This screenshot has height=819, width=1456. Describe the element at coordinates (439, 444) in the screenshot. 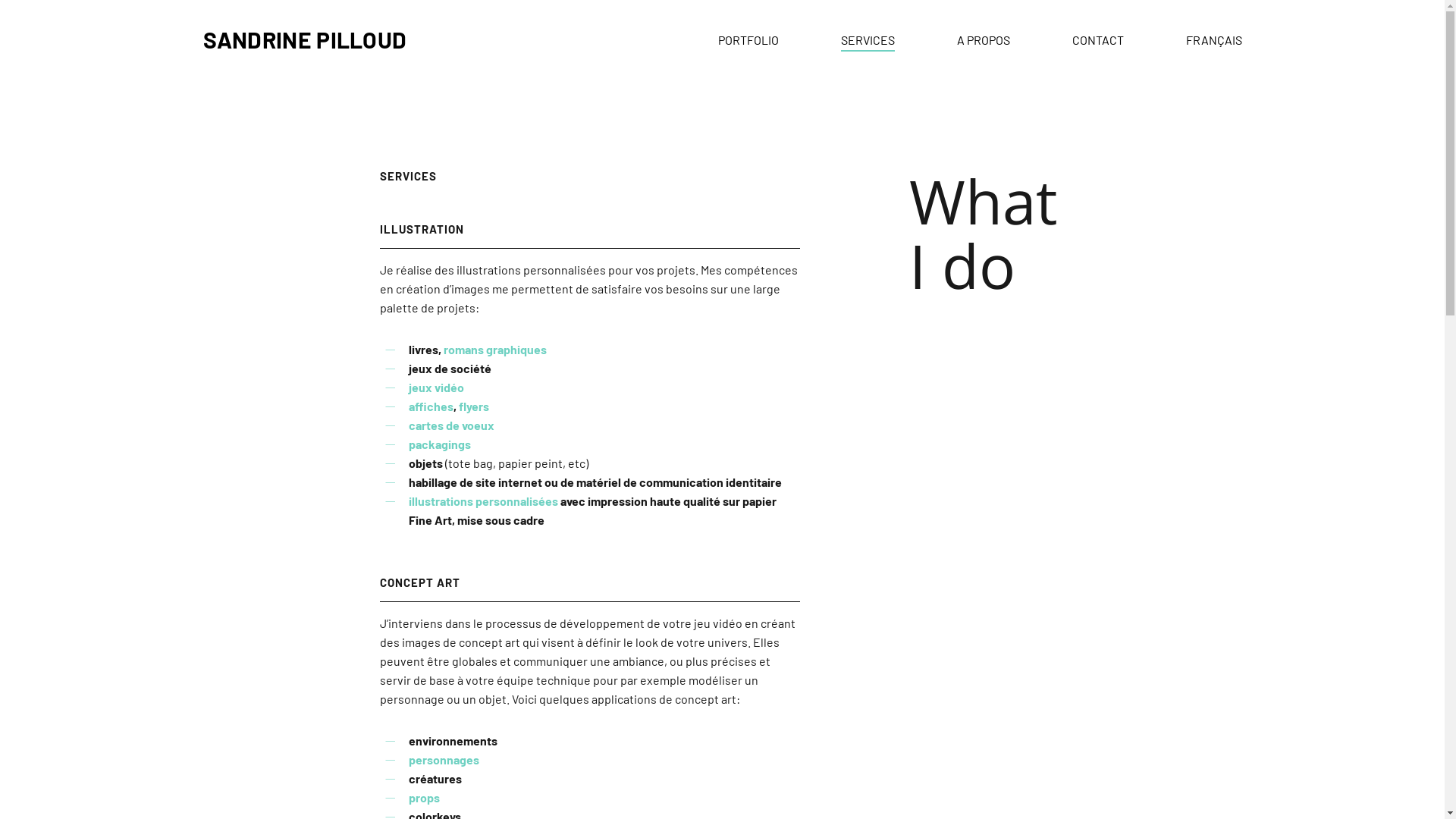

I see `'packagings'` at that location.